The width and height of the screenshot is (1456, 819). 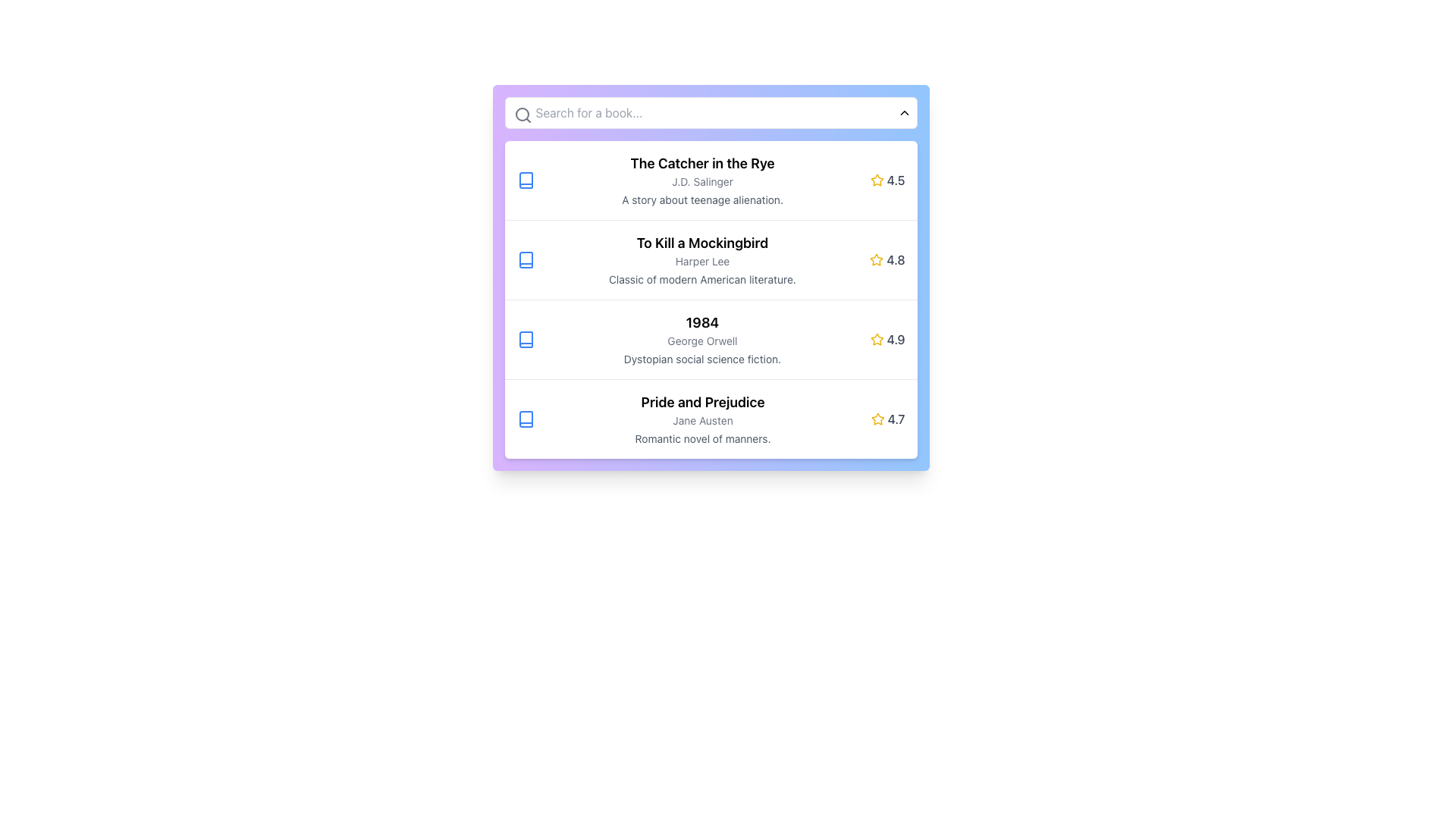 What do you see at coordinates (701, 260) in the screenshot?
I see `the text label displaying 'Harper Lee', which is located beneath the title 'To Kill a Mockingbird' in the structured list layout` at bounding box center [701, 260].